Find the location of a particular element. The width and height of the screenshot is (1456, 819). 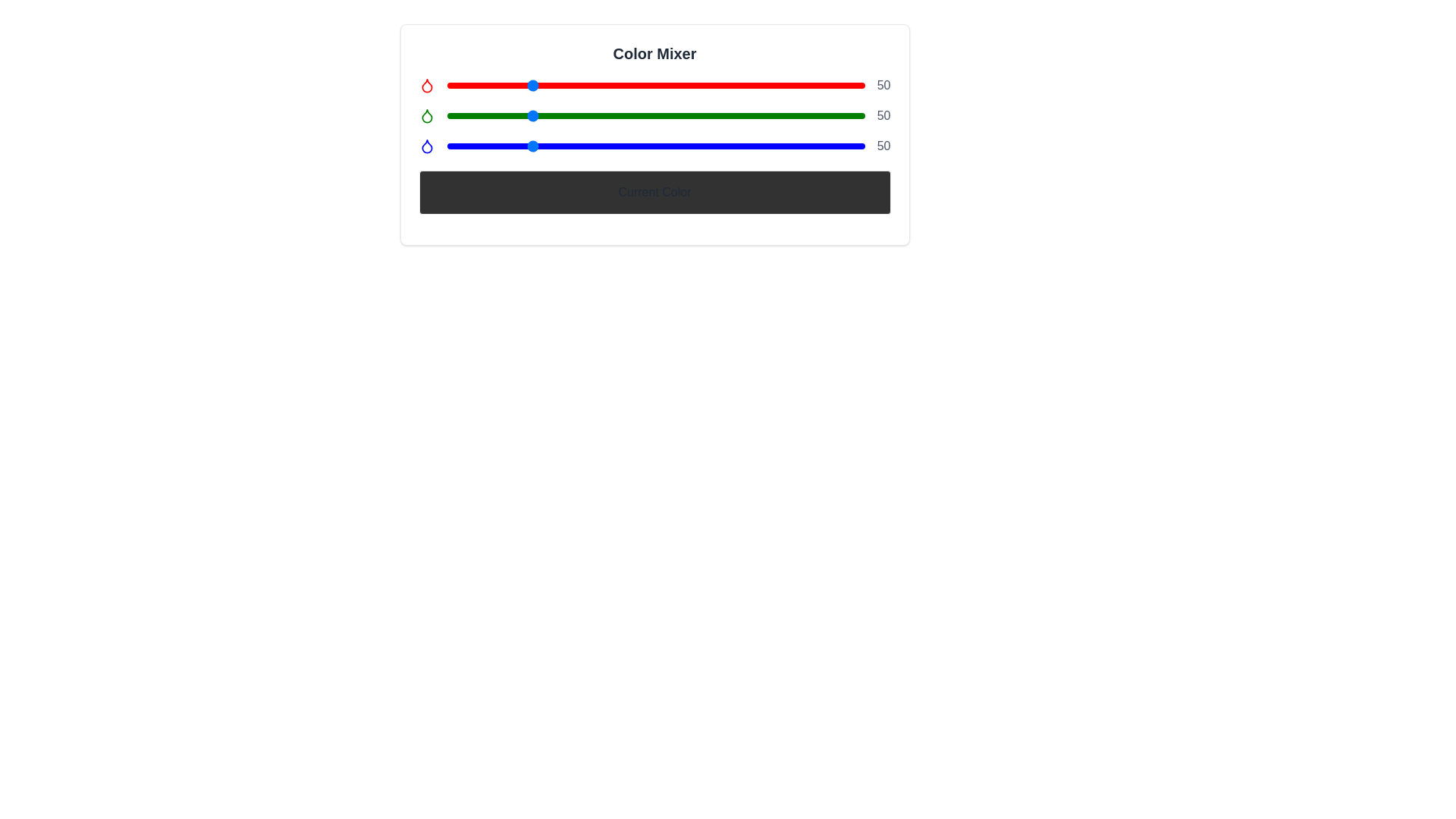

the green color slider to 125 is located at coordinates (651, 115).